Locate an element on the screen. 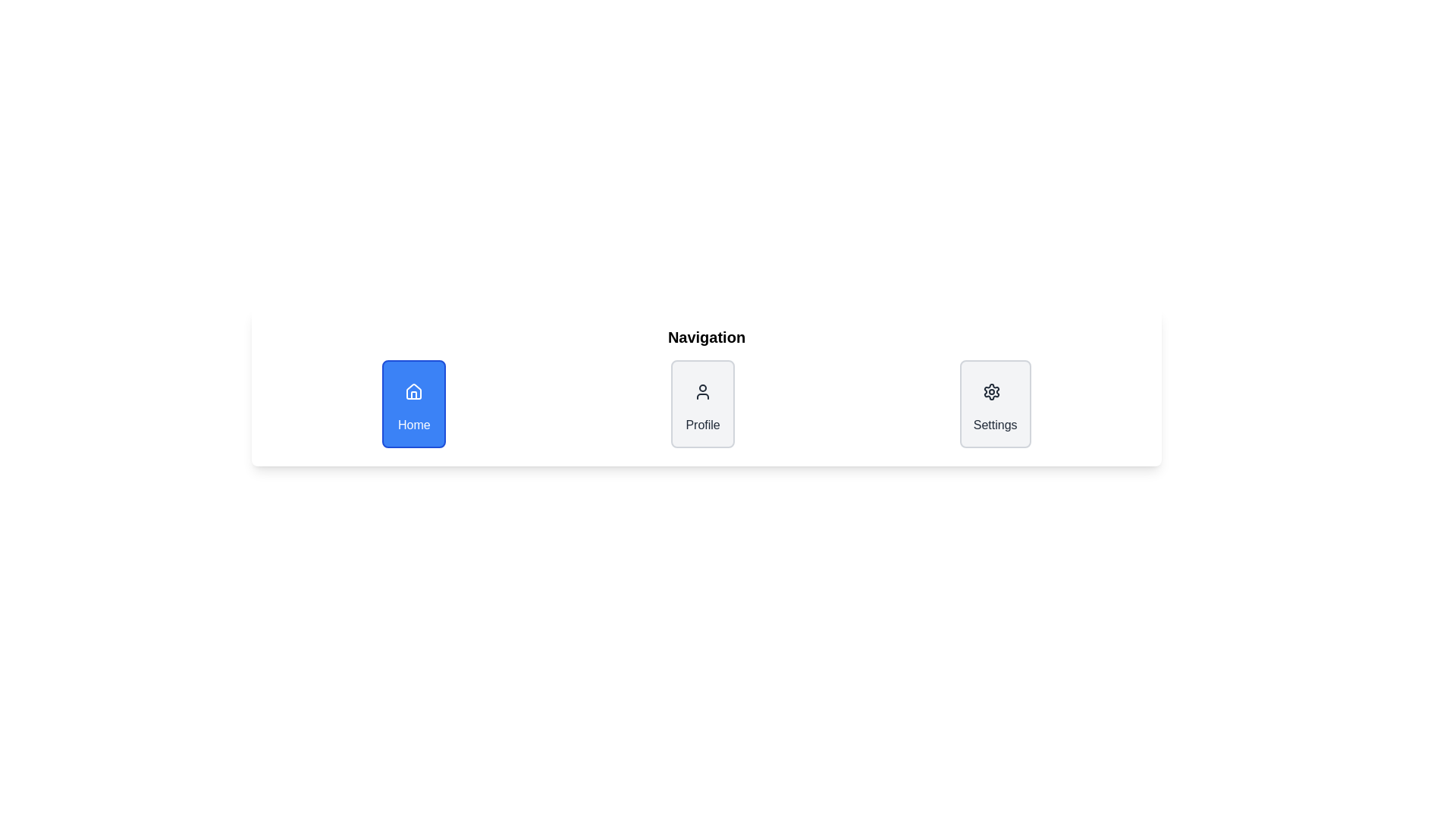  the 'Profile' navigation card, which features a centered profile icon and the text 'Profile' in bold is located at coordinates (702, 403).